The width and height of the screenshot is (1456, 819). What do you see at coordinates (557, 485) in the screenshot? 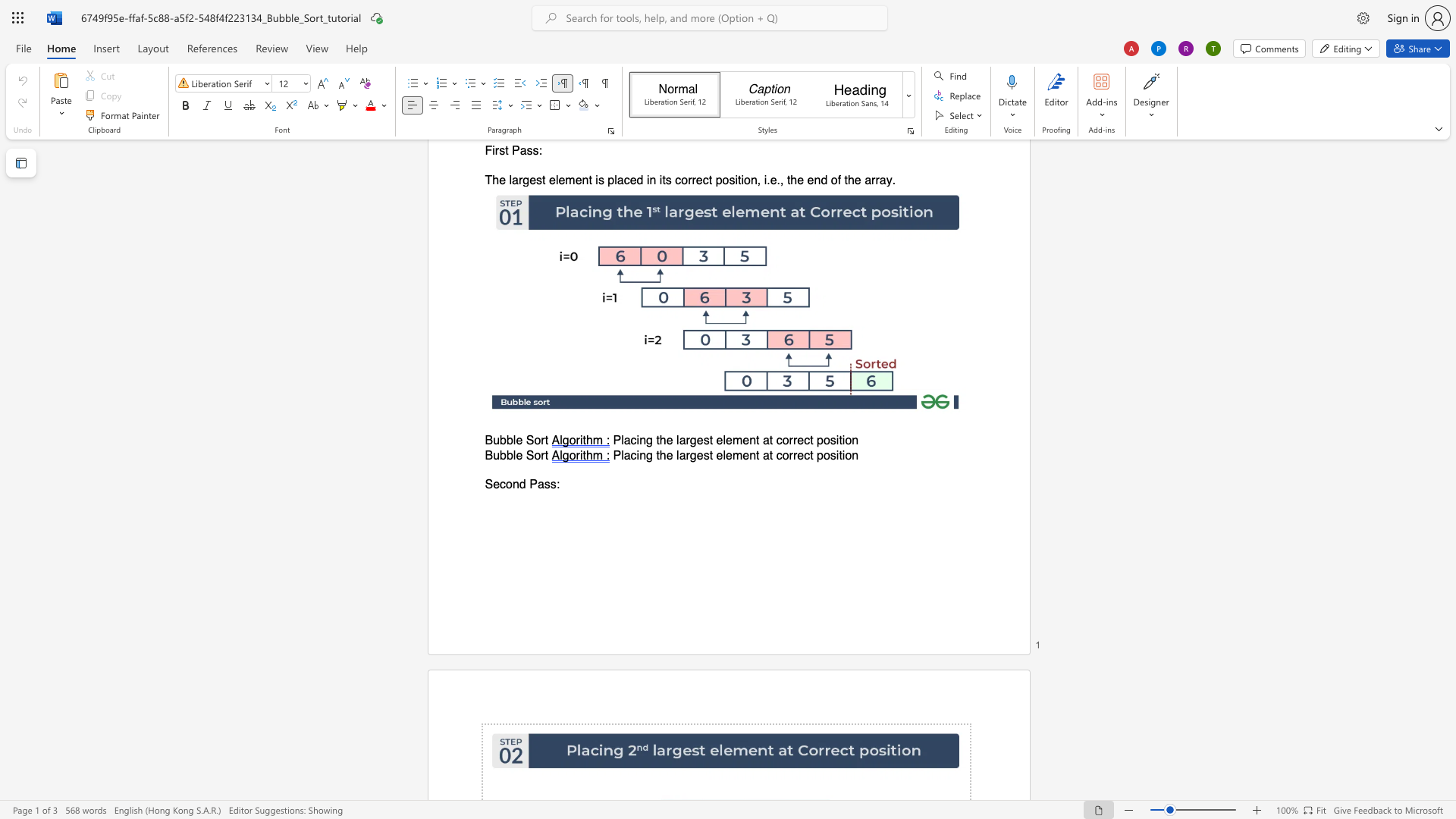
I see `the 1th character ":" in the text` at bounding box center [557, 485].